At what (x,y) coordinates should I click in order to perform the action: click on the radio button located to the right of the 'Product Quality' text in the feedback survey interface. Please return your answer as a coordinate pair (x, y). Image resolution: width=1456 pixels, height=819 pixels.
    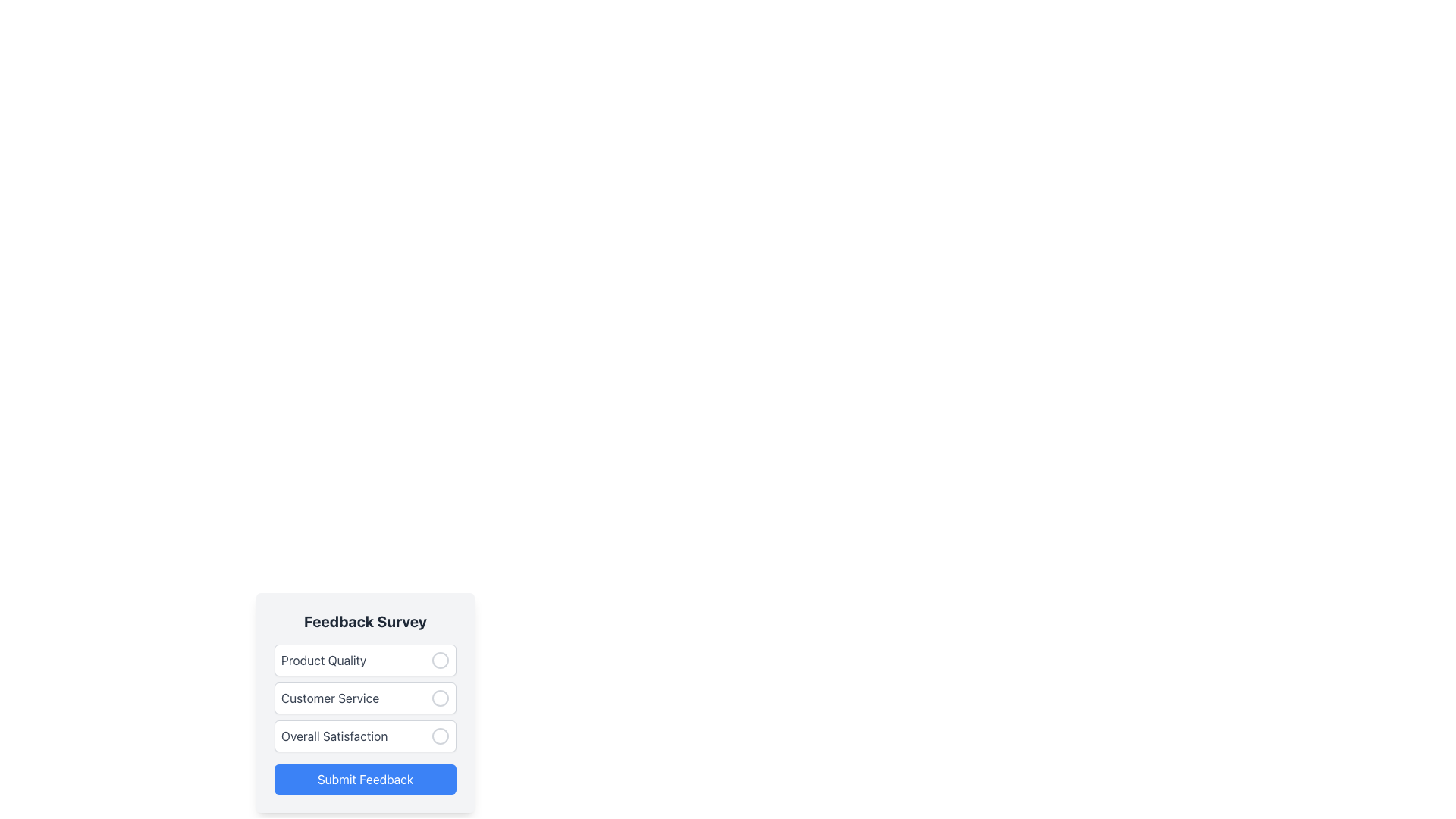
    Looking at the image, I should click on (439, 660).